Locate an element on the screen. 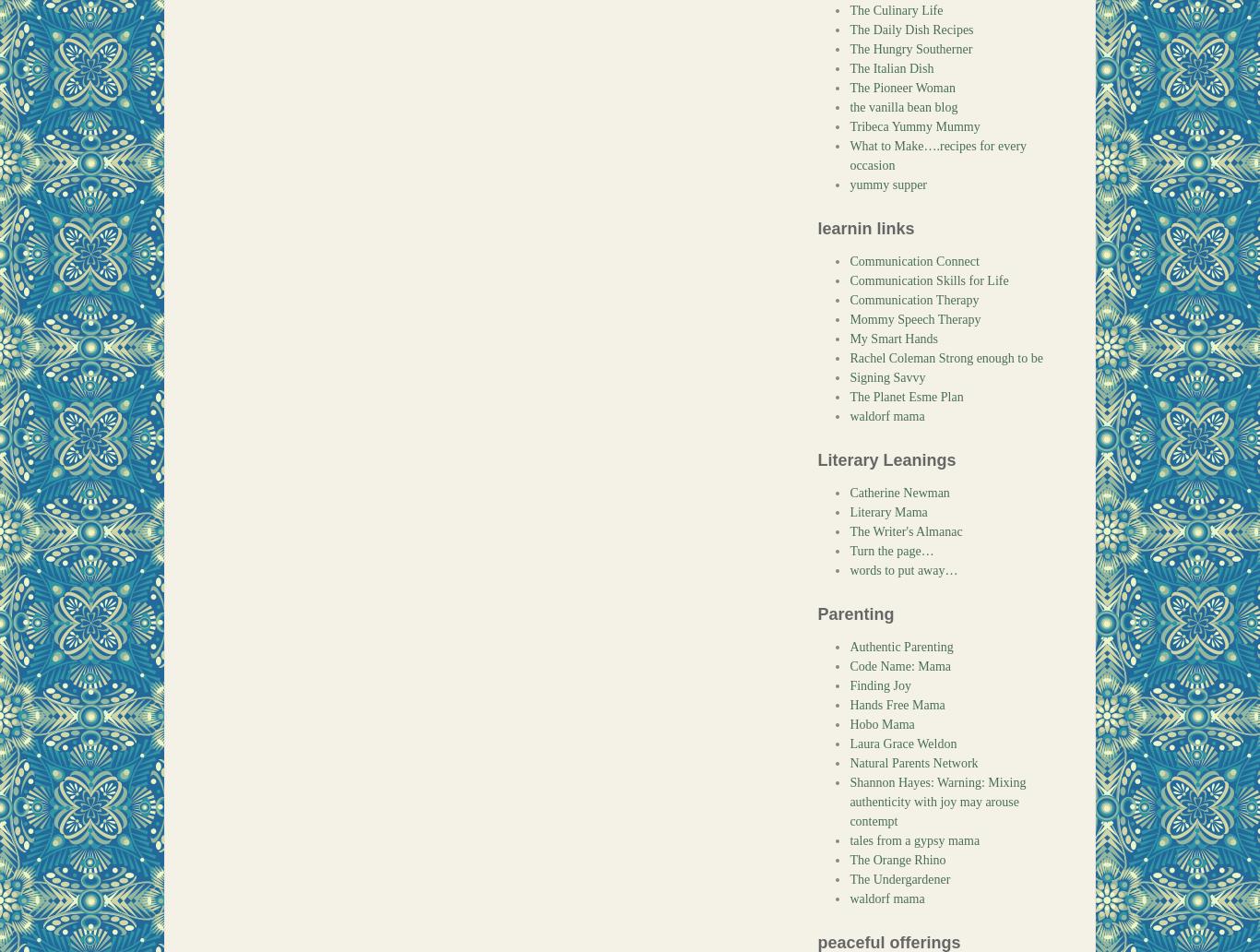 The width and height of the screenshot is (1260, 952). 'The Culinary Life' is located at coordinates (896, 10).